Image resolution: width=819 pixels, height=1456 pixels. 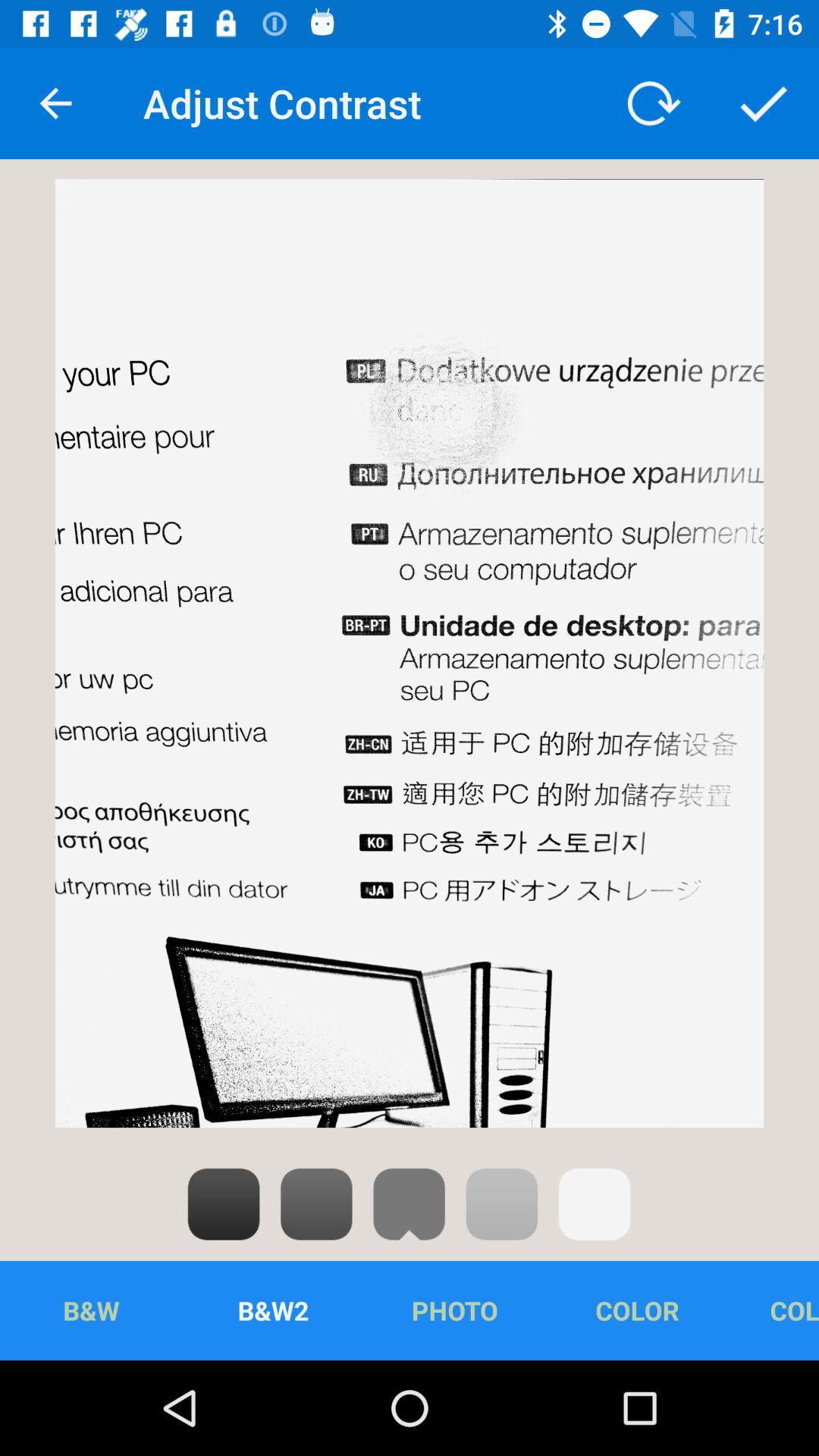 What do you see at coordinates (55, 102) in the screenshot?
I see `the icon at the top left corner` at bounding box center [55, 102].